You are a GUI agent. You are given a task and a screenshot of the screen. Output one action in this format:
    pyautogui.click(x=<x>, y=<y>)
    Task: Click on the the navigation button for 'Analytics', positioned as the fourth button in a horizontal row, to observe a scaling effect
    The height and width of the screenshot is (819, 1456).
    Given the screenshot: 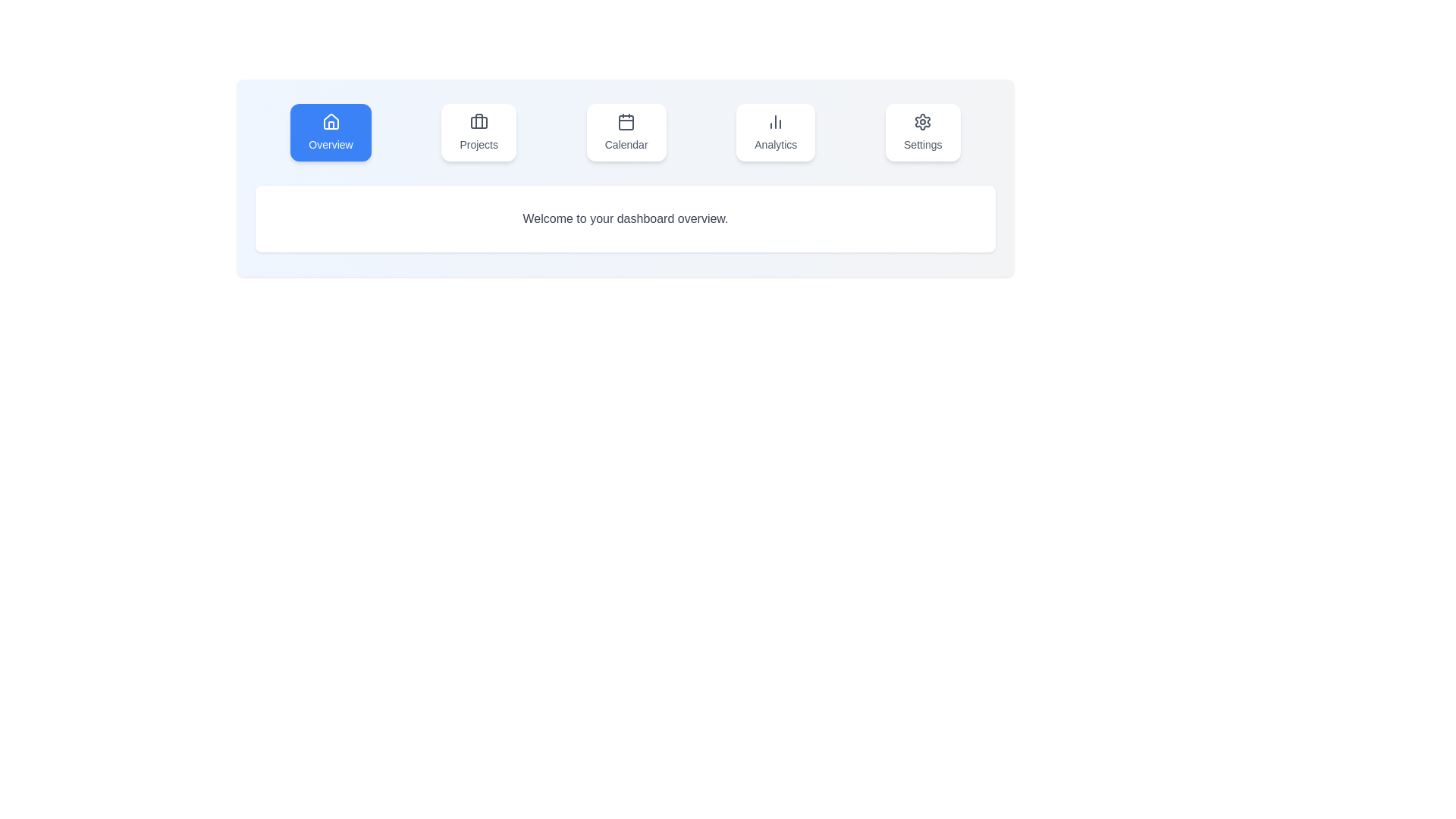 What is the action you would take?
    pyautogui.click(x=776, y=131)
    